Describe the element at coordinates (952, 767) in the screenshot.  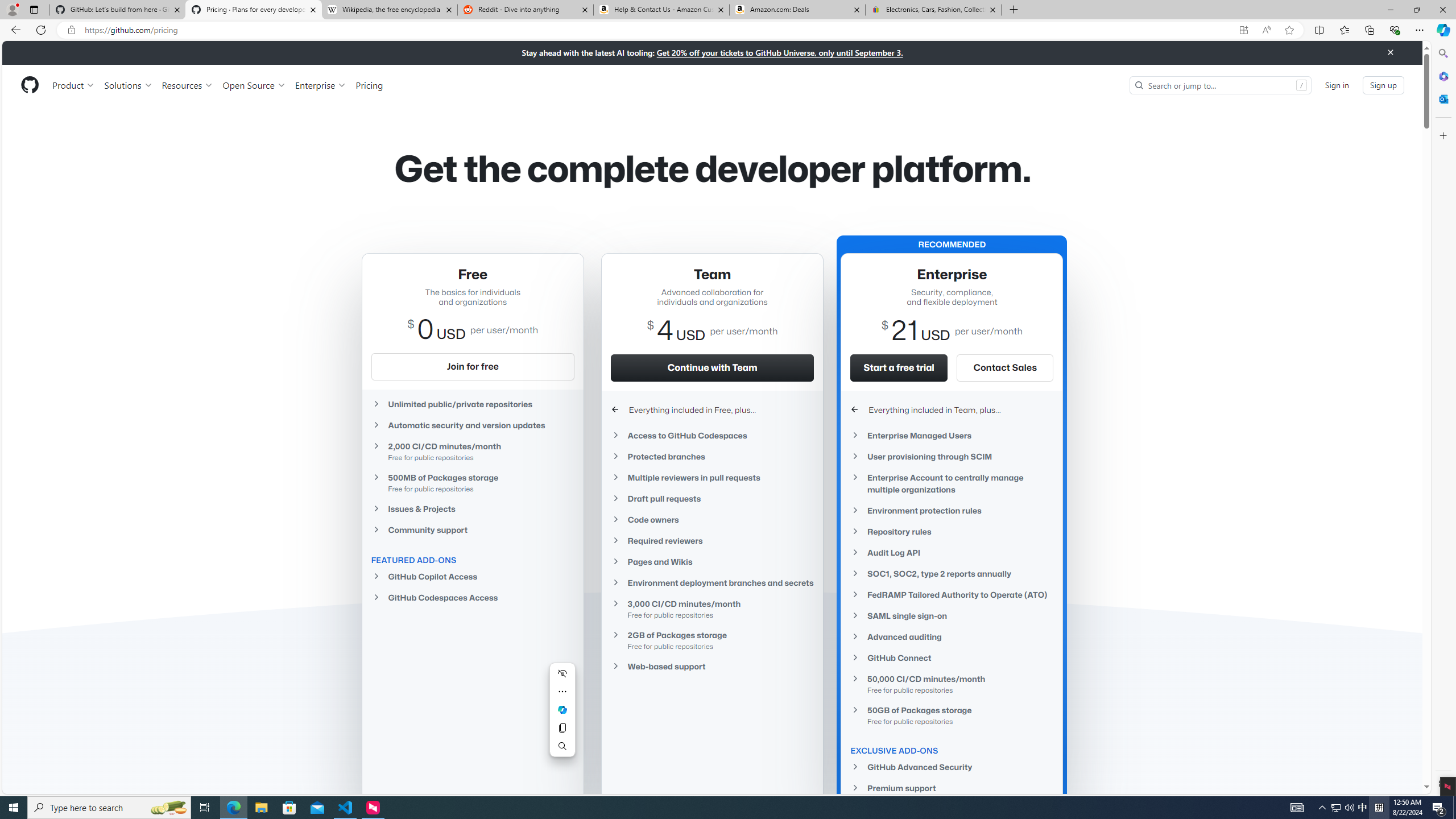
I see `'GitHub Advanced Security'` at that location.